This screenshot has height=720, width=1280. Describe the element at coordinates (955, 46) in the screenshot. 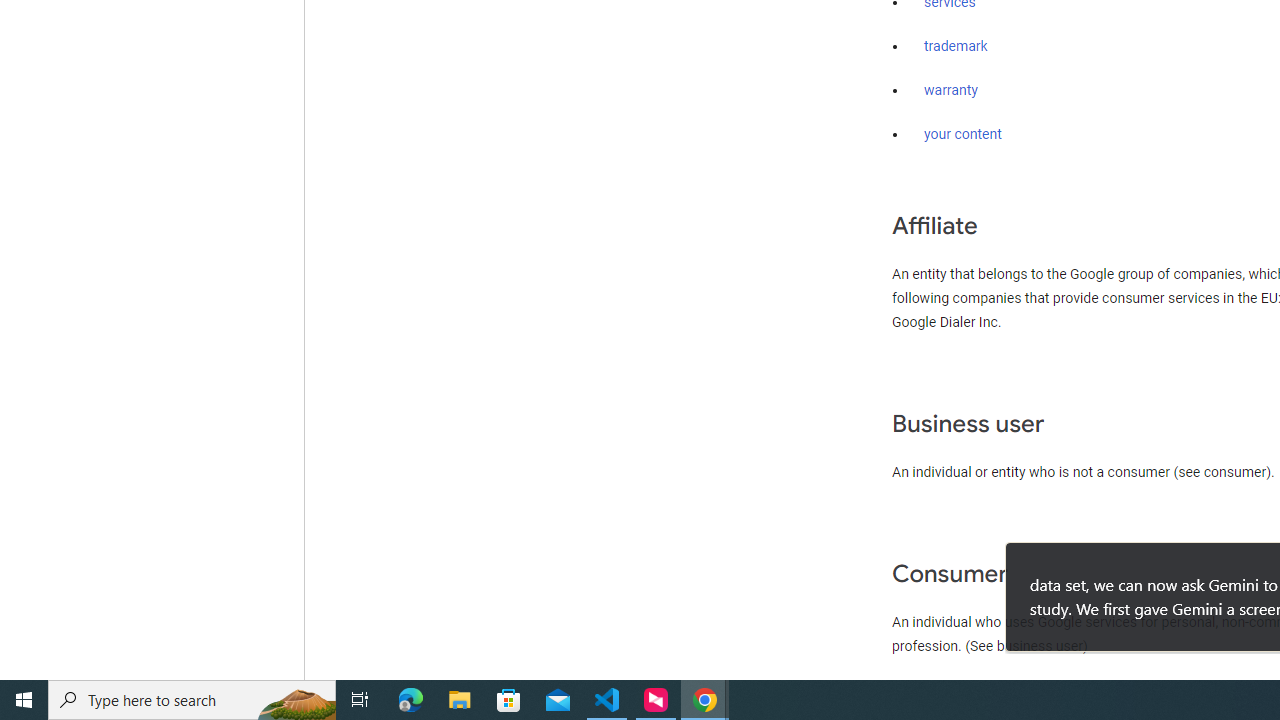

I see `'trademark'` at that location.